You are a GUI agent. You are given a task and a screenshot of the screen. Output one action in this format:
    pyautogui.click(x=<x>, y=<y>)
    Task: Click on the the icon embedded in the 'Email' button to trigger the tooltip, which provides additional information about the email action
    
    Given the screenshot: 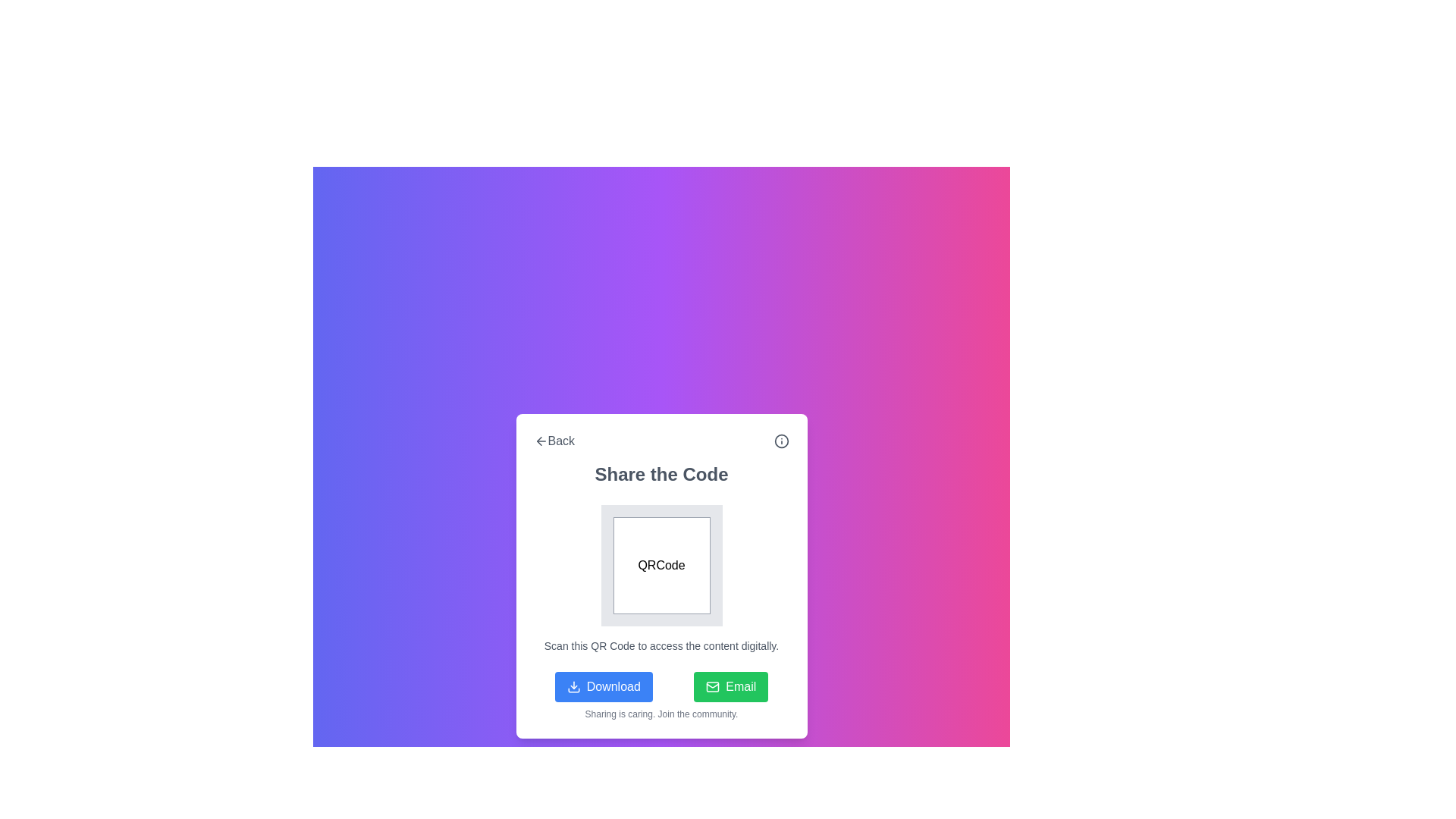 What is the action you would take?
    pyautogui.click(x=712, y=687)
    